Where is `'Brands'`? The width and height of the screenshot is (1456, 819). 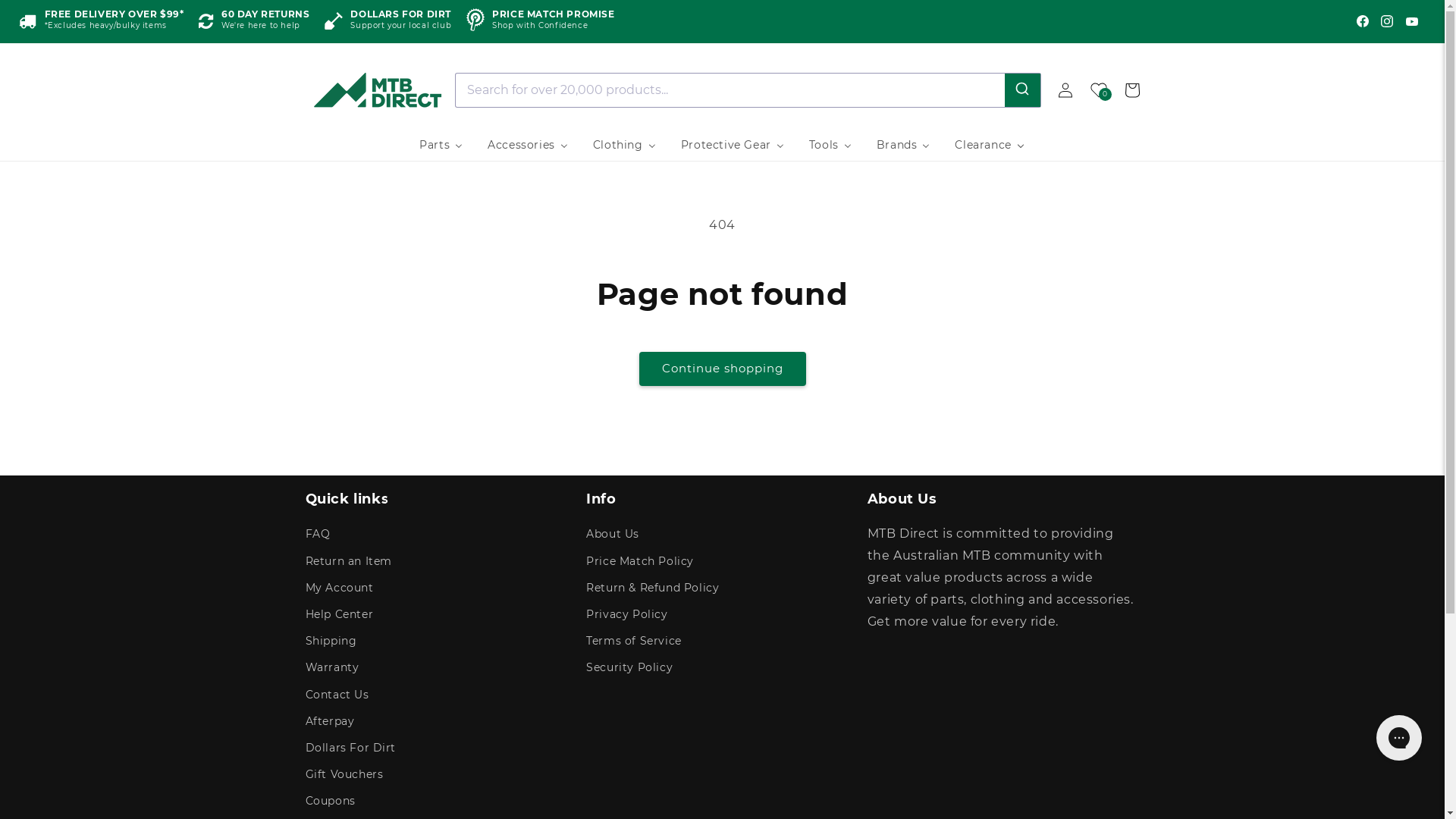 'Brands' is located at coordinates (903, 145).